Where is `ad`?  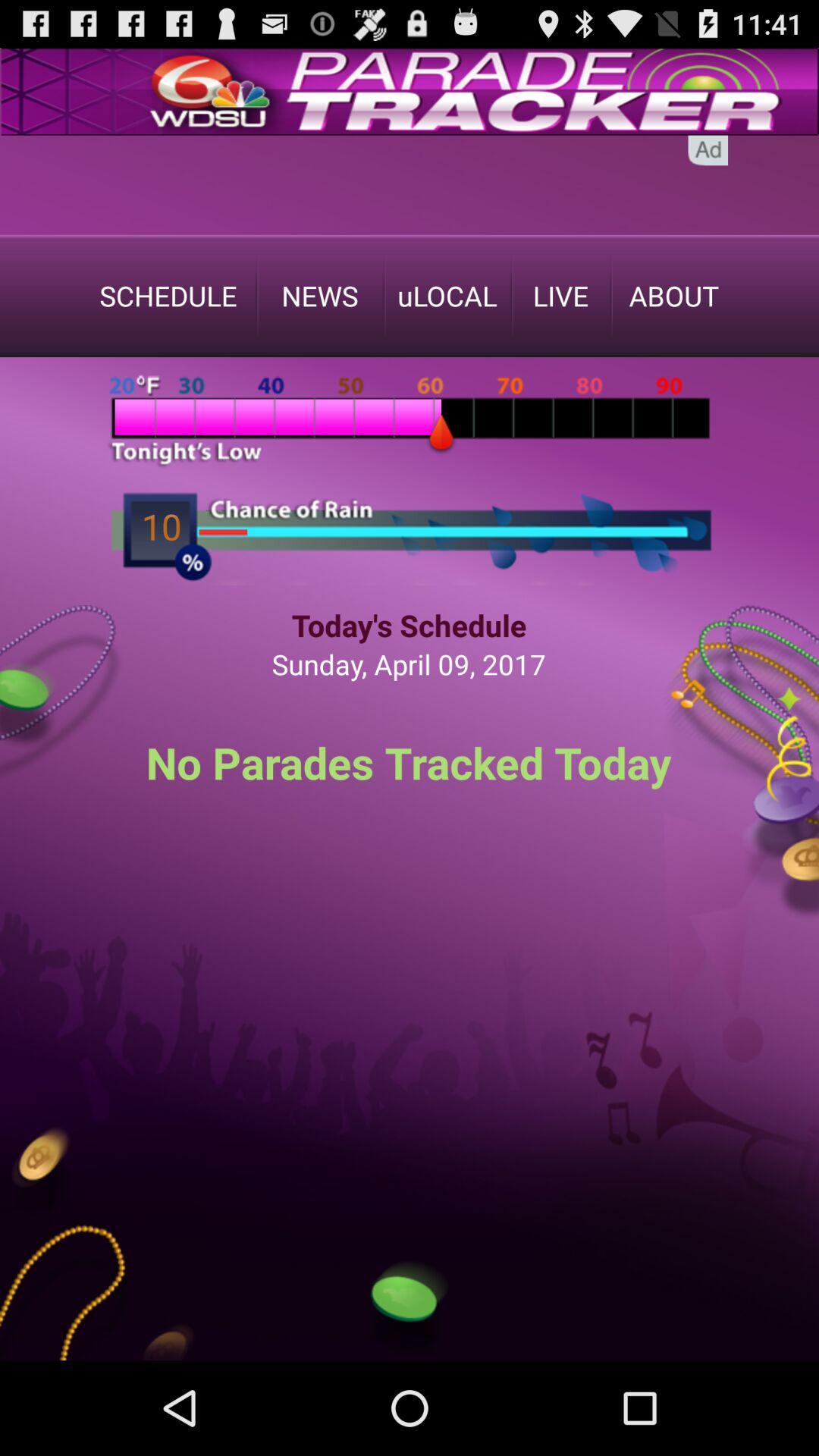 ad is located at coordinates (708, 150).